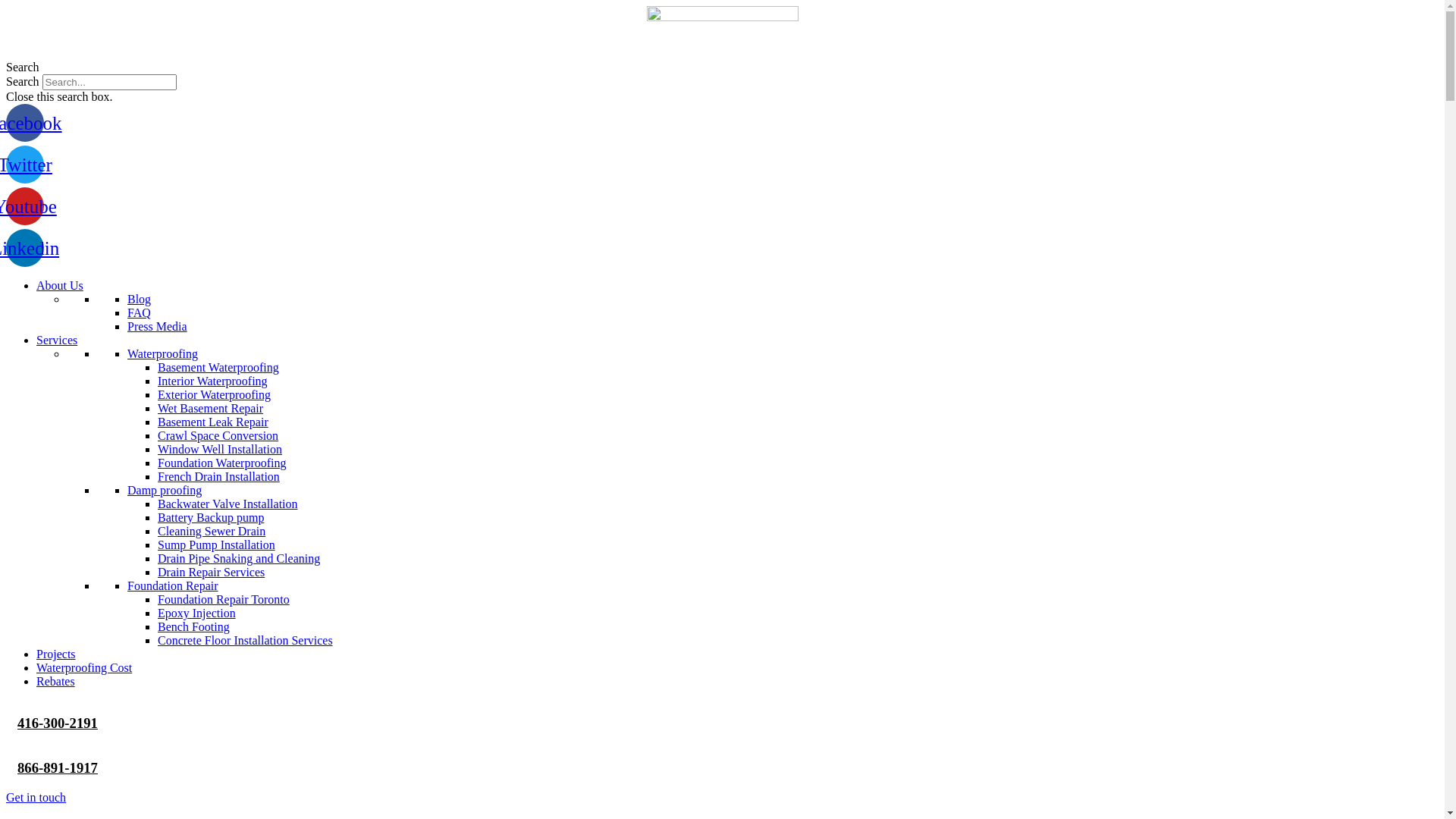 This screenshot has height=819, width=1456. What do you see at coordinates (157, 516) in the screenshot?
I see `'Battery Backup pump'` at bounding box center [157, 516].